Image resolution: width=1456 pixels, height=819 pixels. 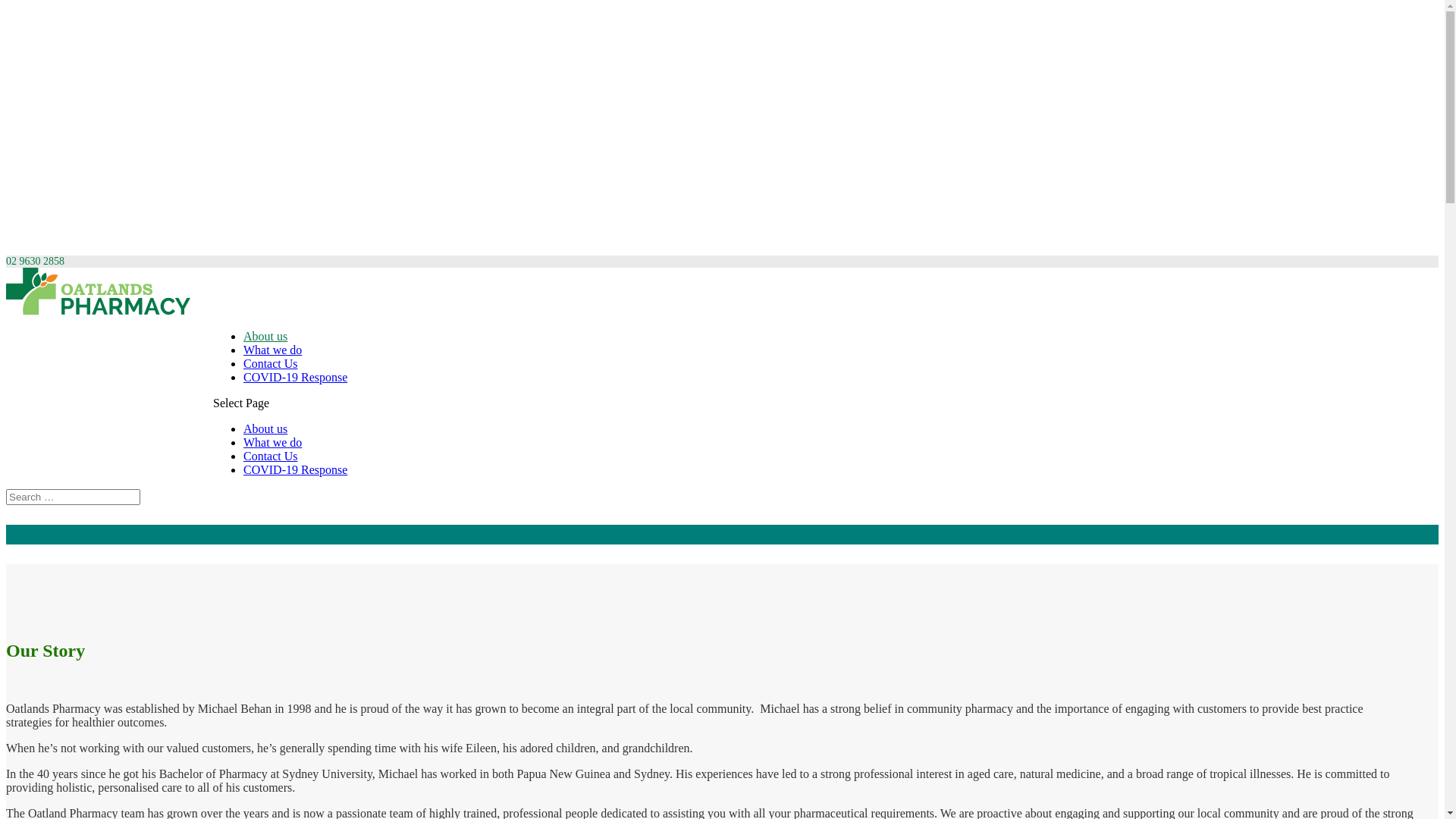 I want to click on 'Contact Us', so click(x=270, y=455).